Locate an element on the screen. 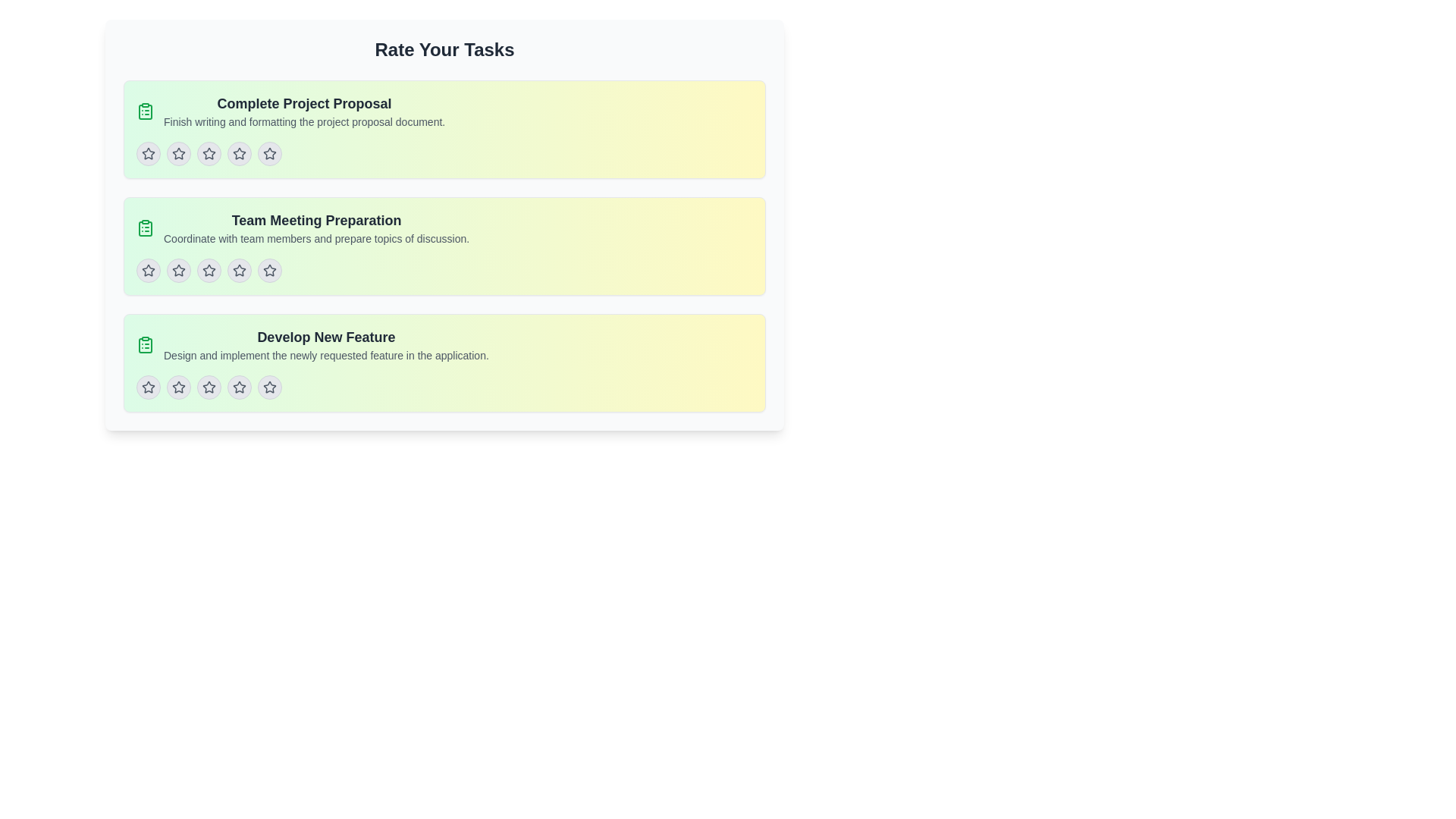 Image resolution: width=1456 pixels, height=819 pixels. the fourth star icon for the 'Team Meeting Preparation' task is located at coordinates (239, 269).